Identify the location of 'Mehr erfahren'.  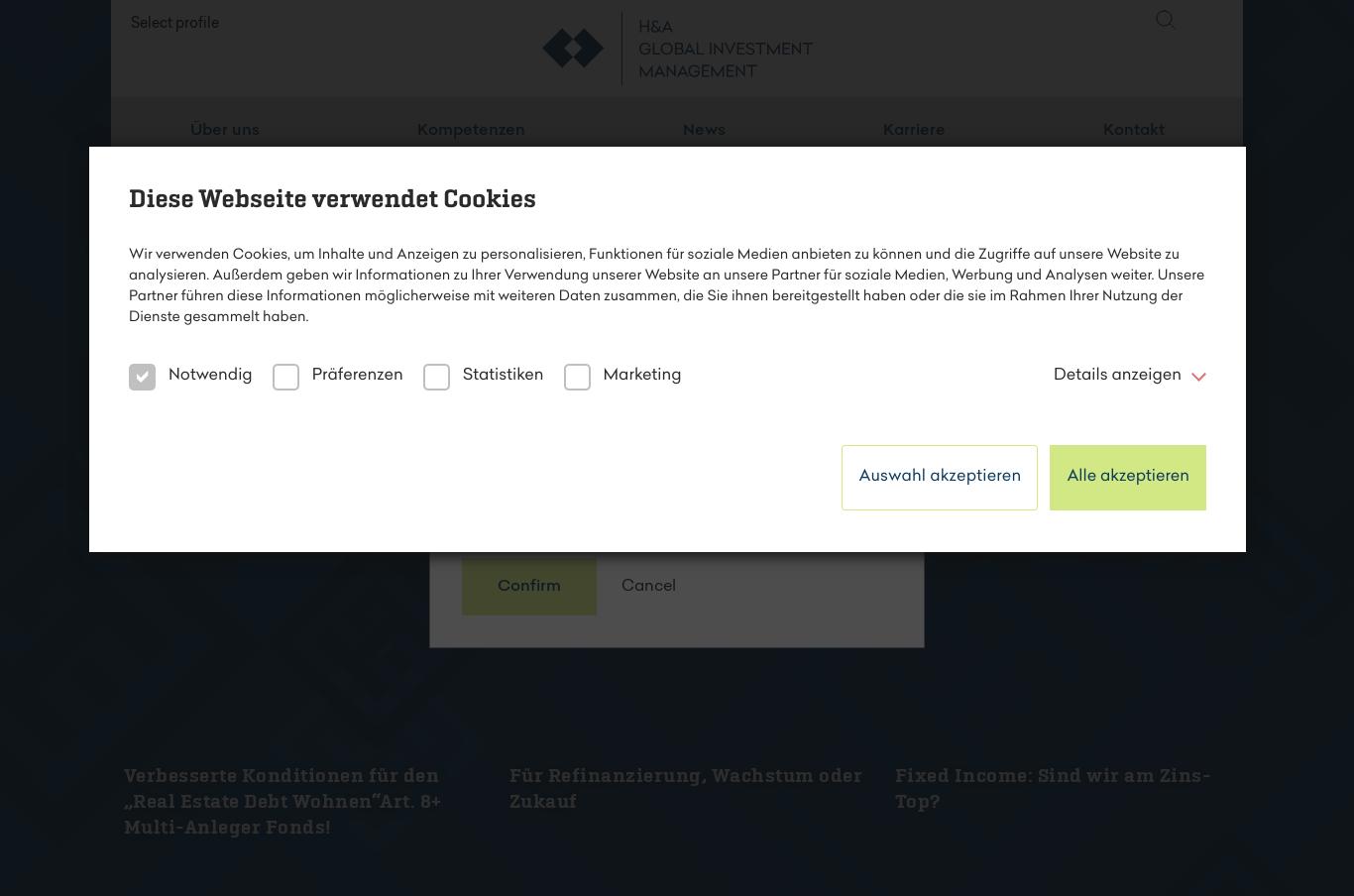
(620, 538).